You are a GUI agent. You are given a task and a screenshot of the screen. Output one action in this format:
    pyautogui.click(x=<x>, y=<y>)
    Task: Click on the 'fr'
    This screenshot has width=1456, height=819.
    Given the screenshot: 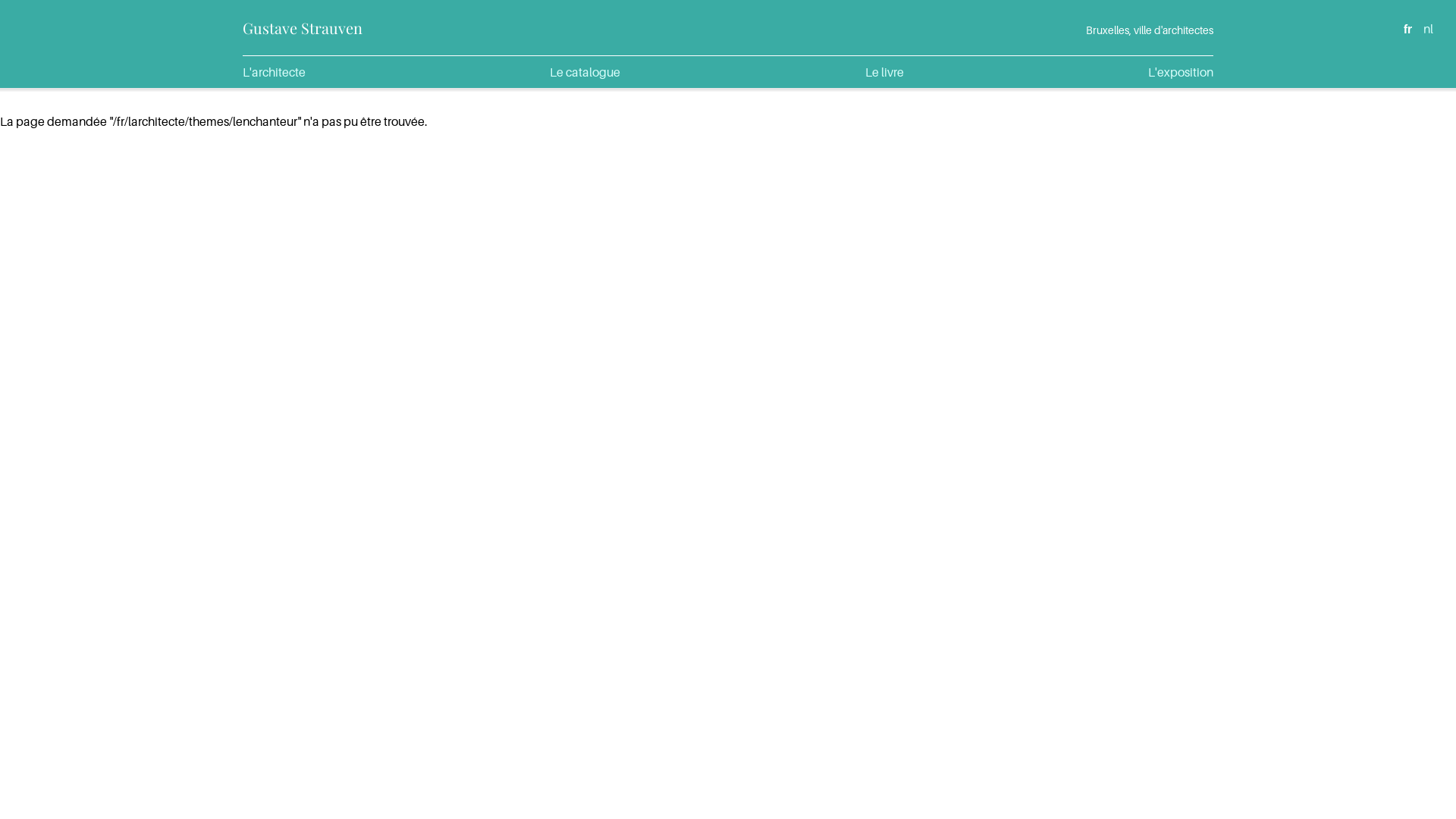 What is the action you would take?
    pyautogui.click(x=1407, y=29)
    